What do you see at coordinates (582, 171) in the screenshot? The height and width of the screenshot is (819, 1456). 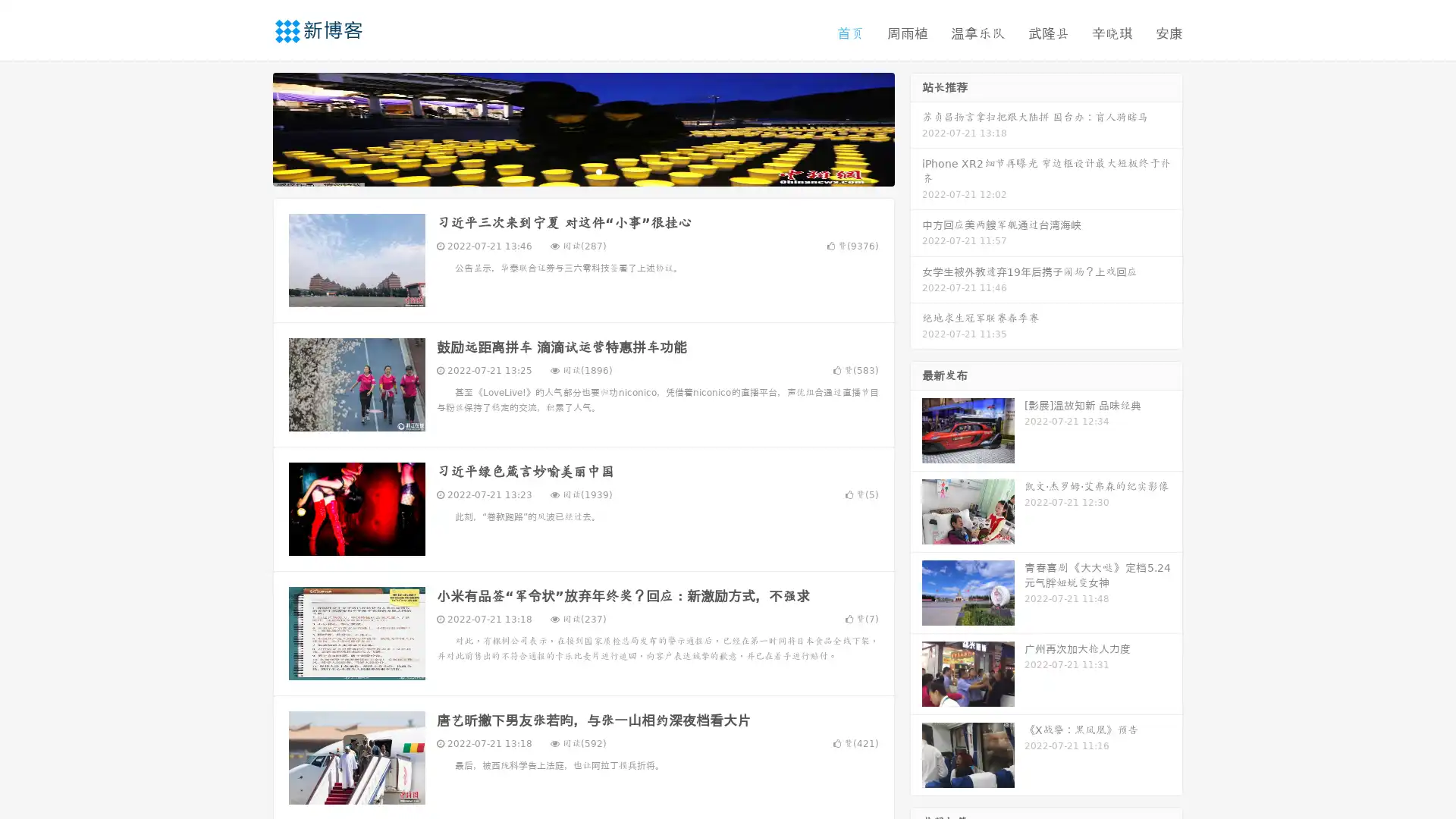 I see `Go to slide 2` at bounding box center [582, 171].